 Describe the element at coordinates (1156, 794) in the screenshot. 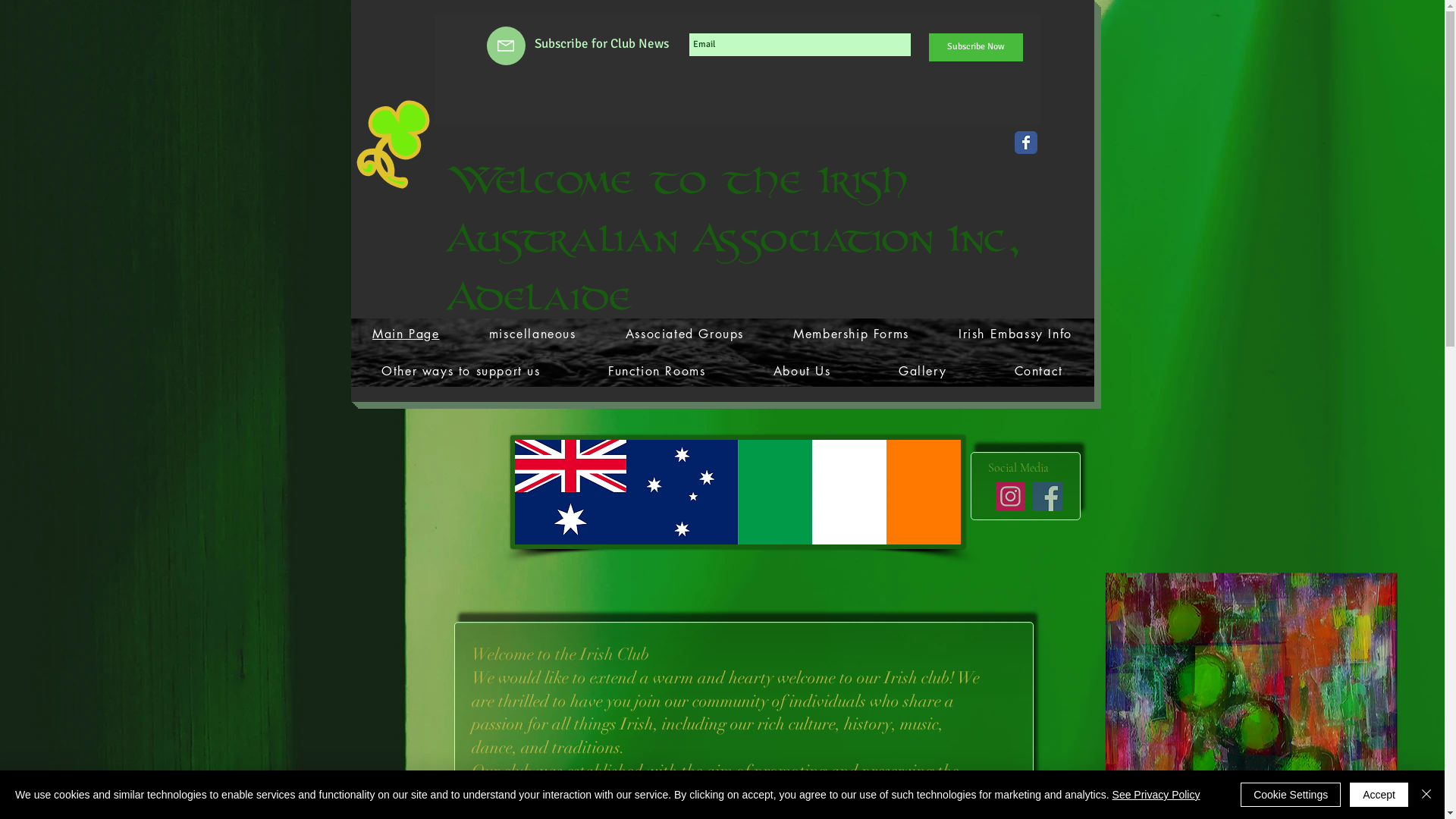

I see `'See Privacy Policy'` at that location.